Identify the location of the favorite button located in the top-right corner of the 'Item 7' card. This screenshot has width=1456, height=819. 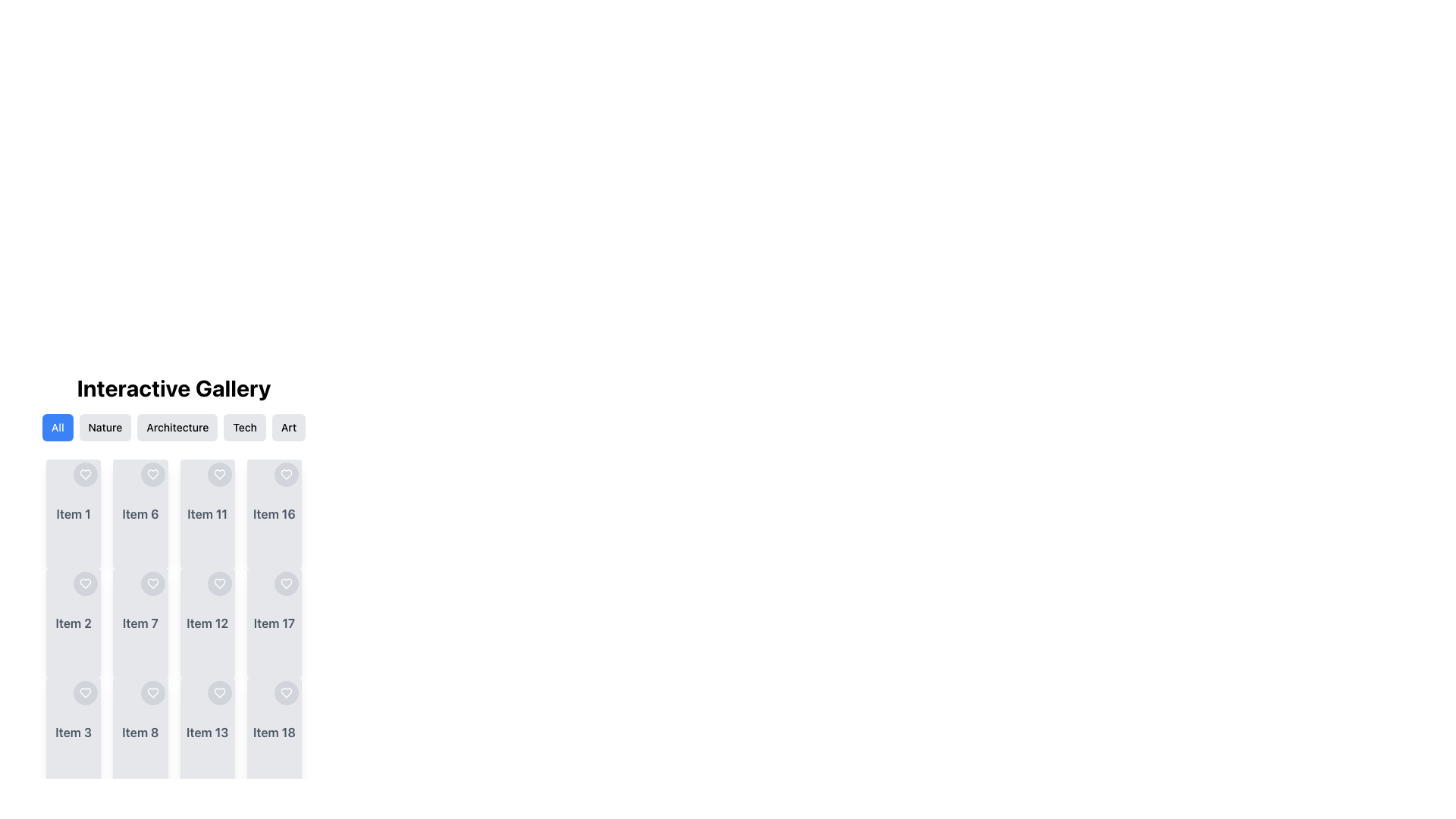
(152, 583).